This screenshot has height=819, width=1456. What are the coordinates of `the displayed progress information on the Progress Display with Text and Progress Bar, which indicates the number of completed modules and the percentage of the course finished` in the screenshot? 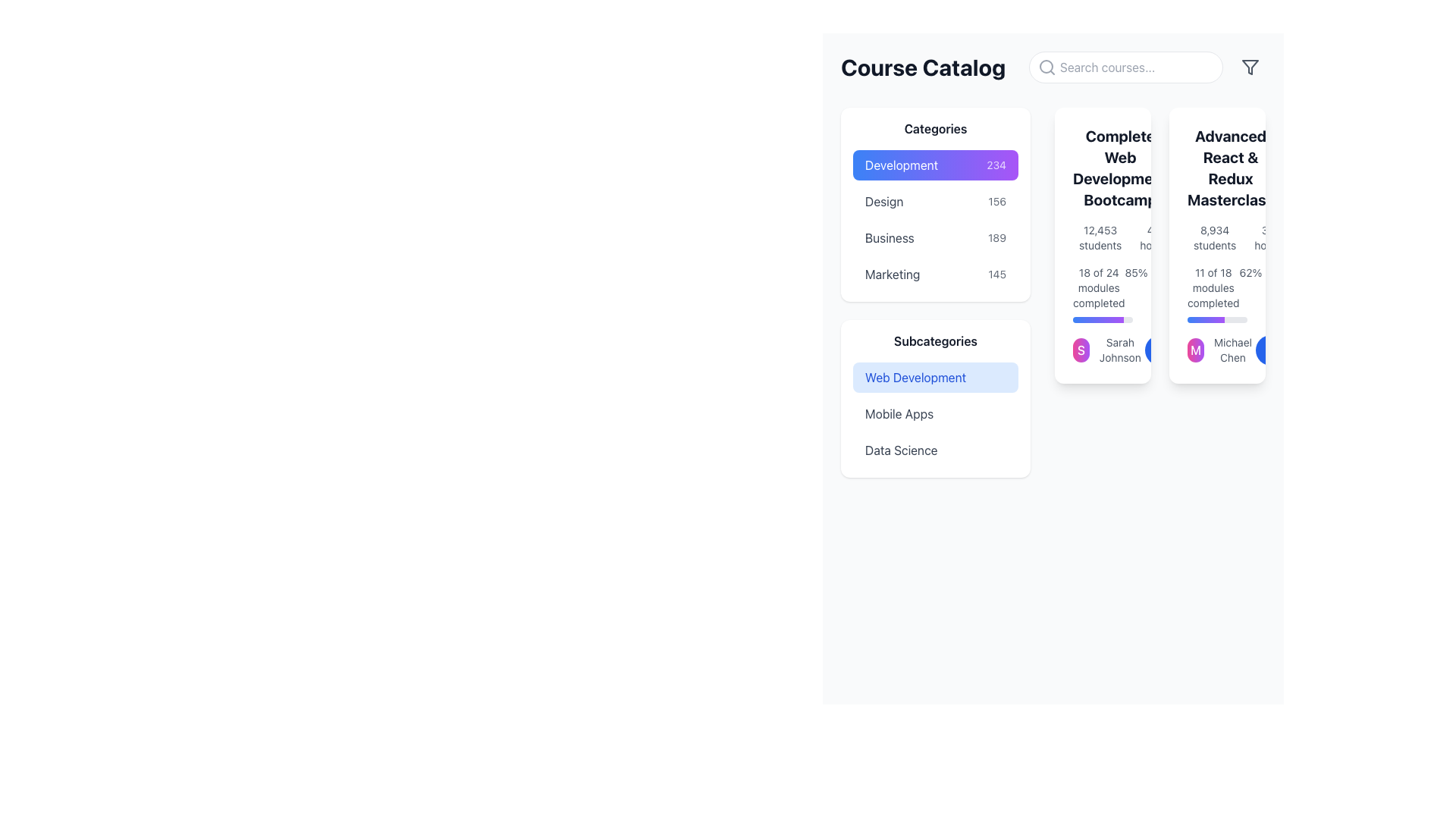 It's located at (1103, 294).